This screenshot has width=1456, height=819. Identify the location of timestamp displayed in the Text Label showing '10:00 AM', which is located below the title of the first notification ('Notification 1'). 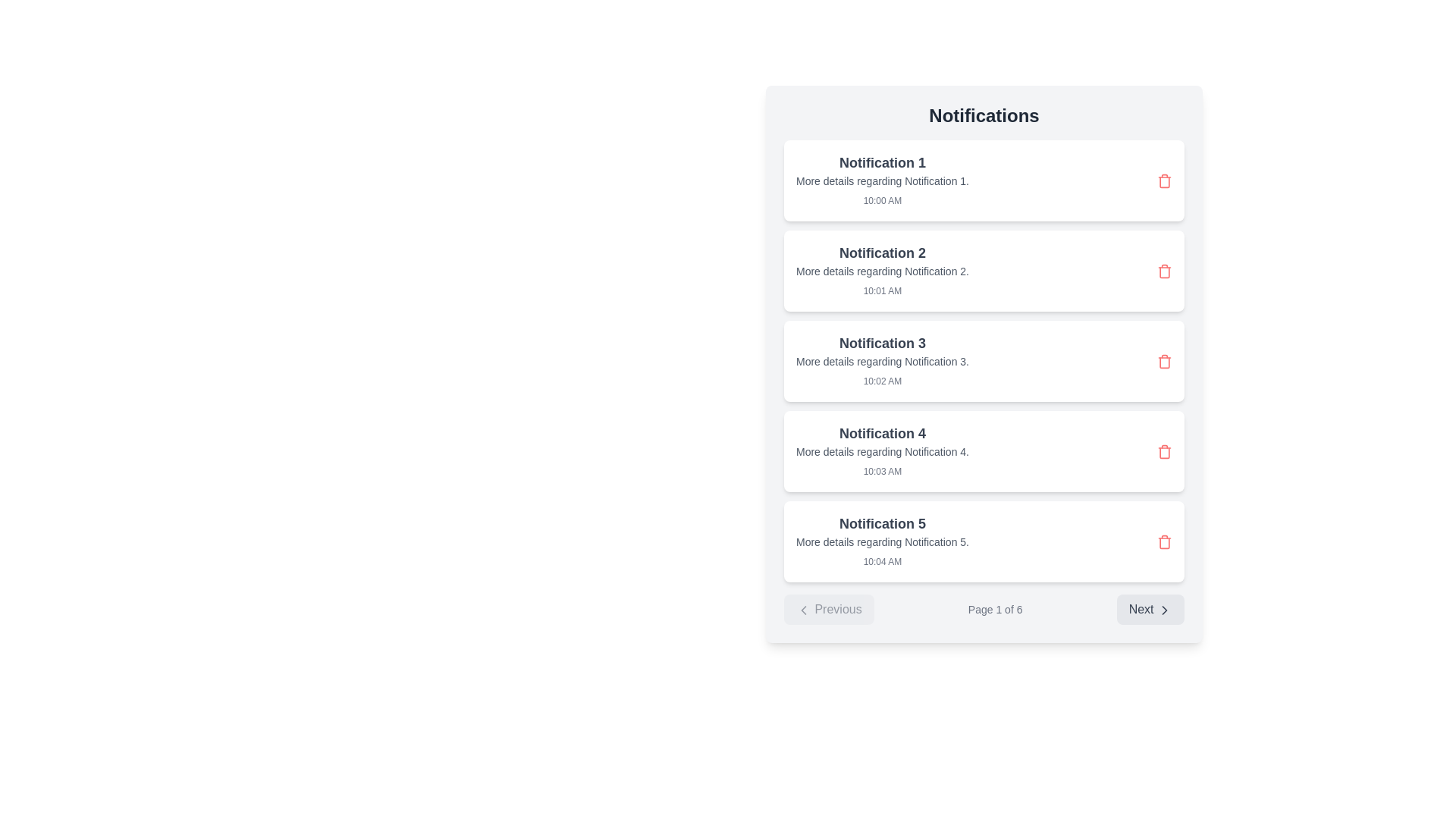
(883, 200).